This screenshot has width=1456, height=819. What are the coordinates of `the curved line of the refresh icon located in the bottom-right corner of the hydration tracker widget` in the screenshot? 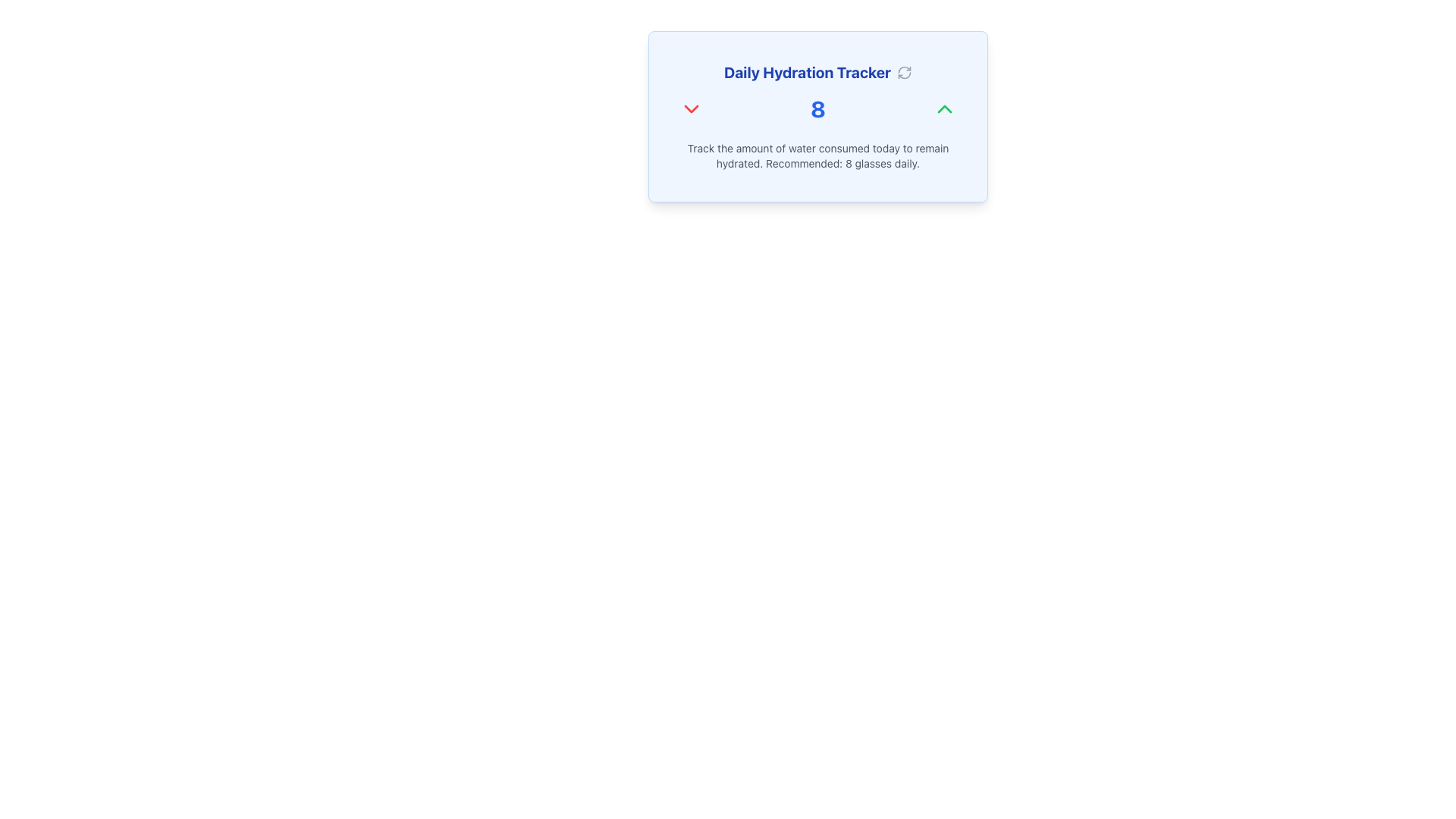 It's located at (904, 75).